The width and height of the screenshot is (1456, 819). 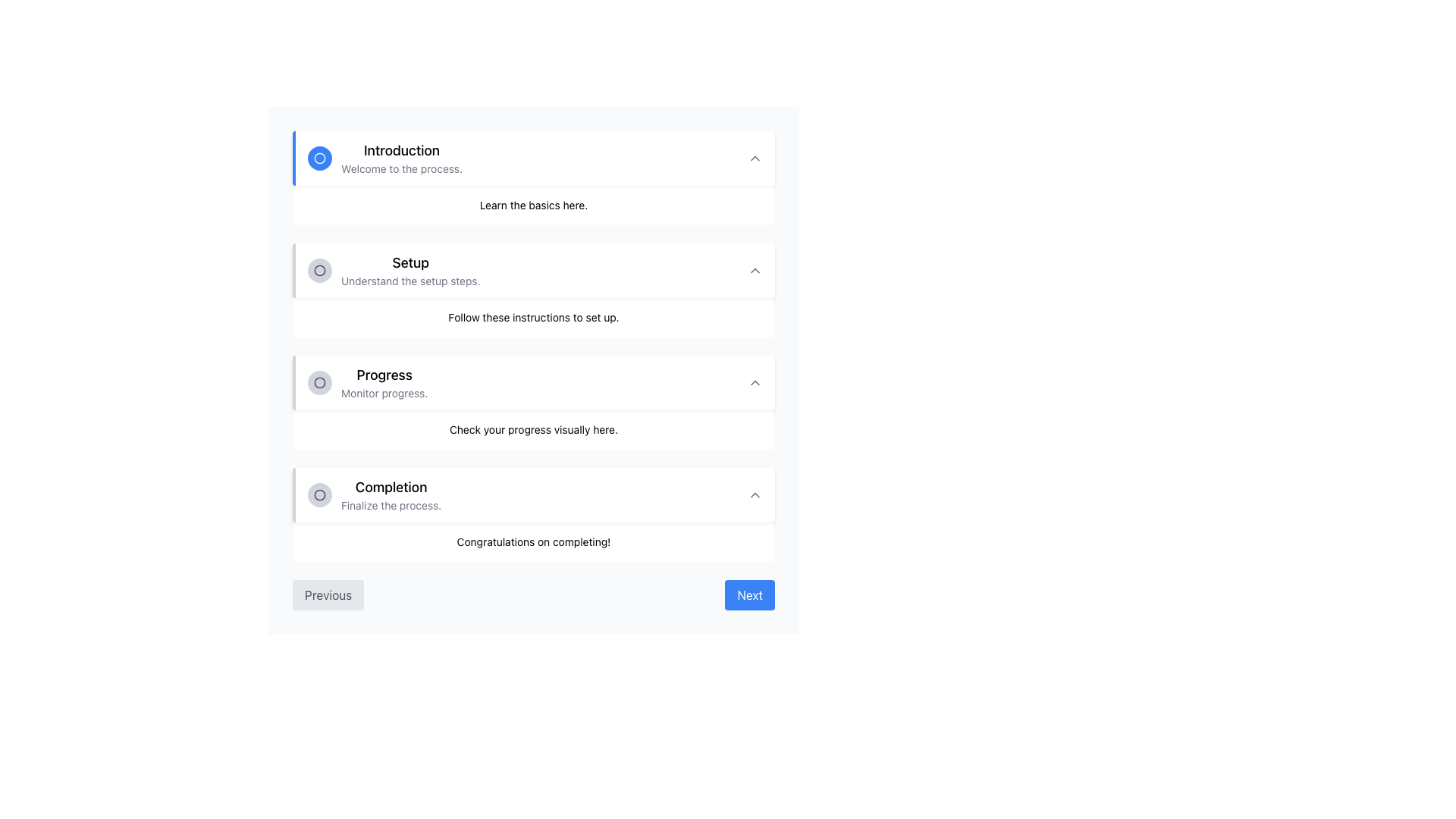 I want to click on instructions from the text box located in the 'Setup' section below the header 'Understand the setup steps.', so click(x=534, y=317).